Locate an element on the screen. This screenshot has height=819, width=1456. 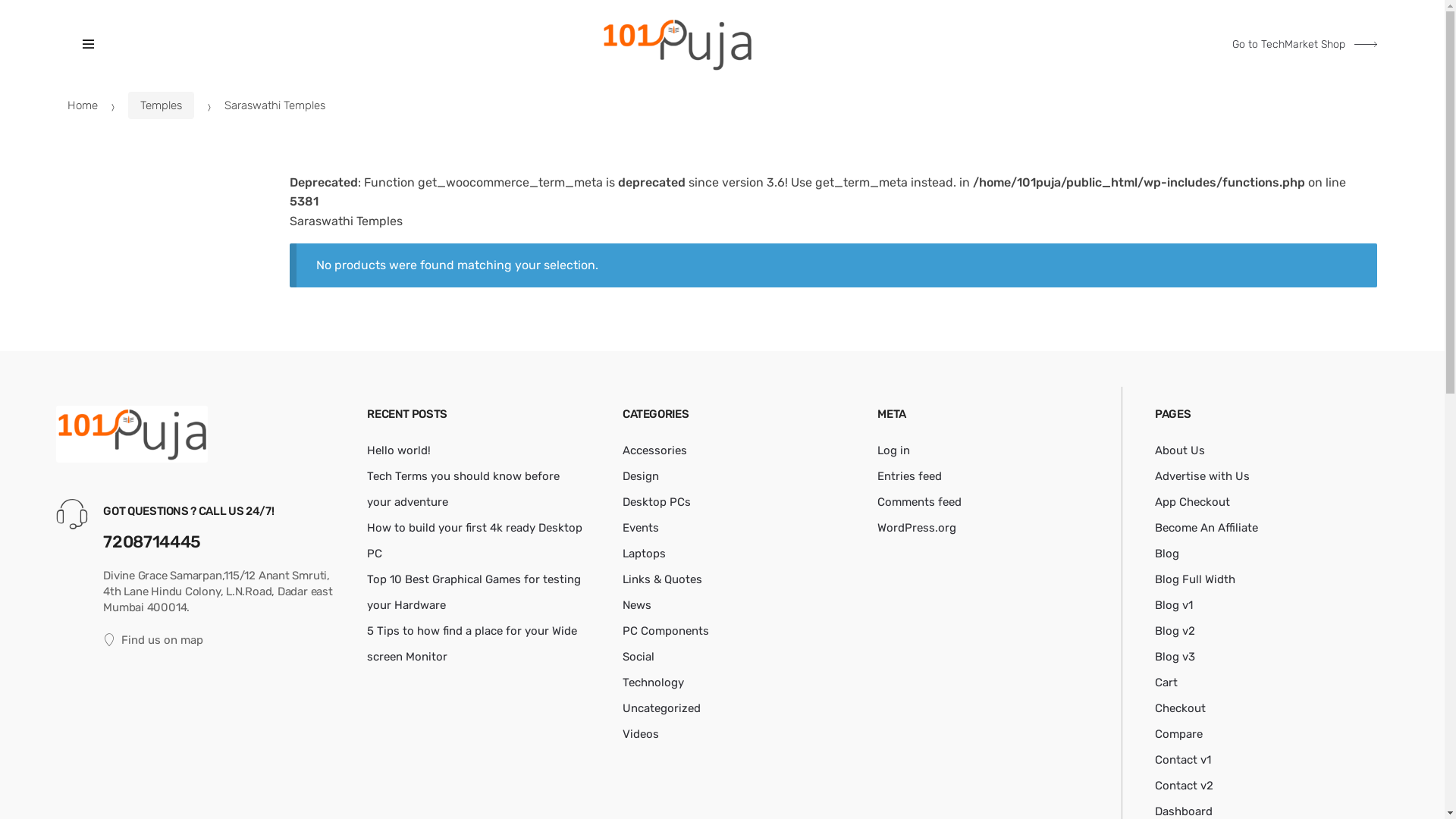
'Comments feed' is located at coordinates (918, 502).